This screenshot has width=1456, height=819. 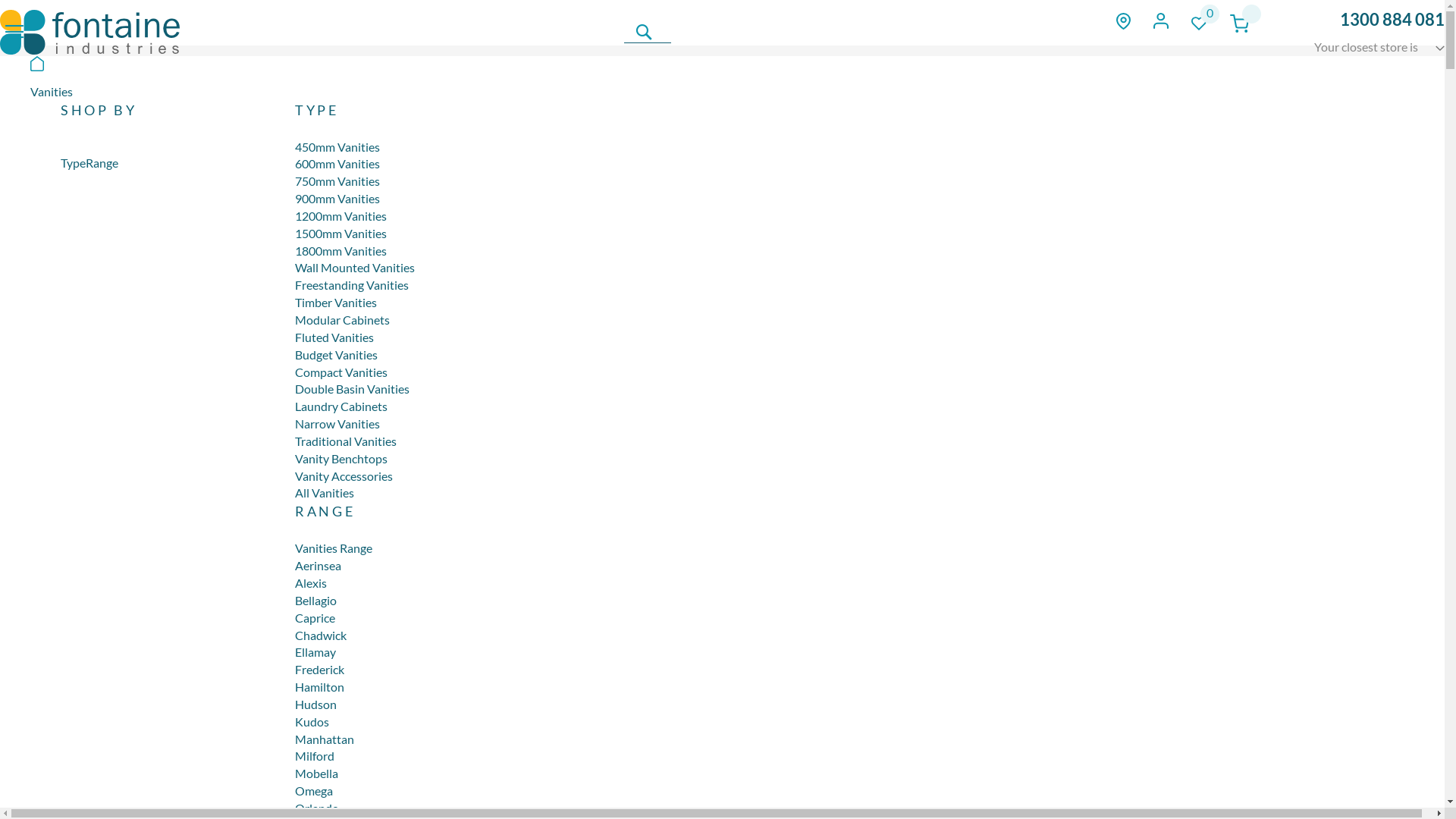 I want to click on 'Chadwick', so click(x=319, y=635).